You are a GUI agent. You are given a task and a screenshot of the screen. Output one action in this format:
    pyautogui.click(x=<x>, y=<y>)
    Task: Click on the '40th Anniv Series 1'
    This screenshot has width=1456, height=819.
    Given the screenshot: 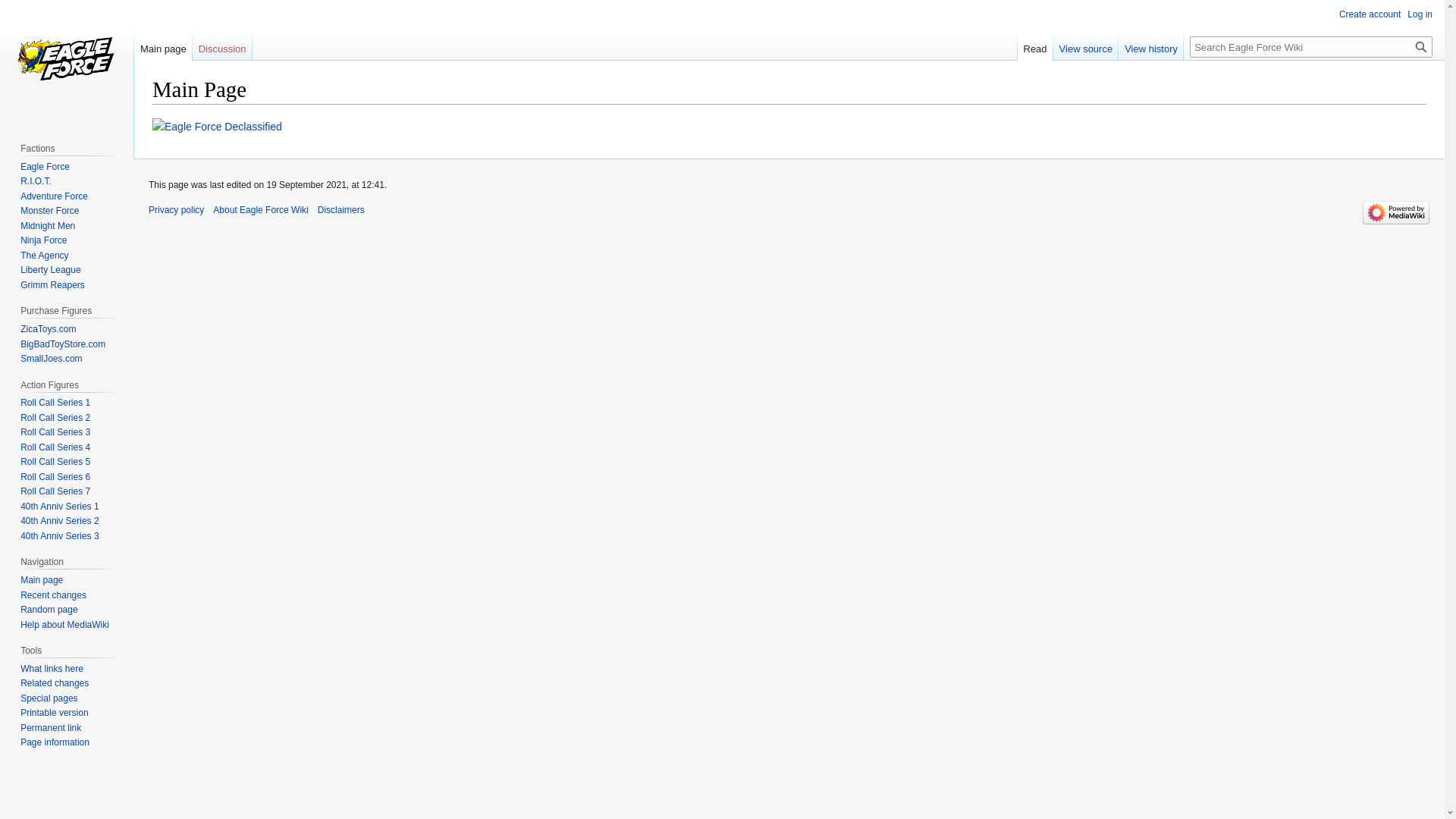 What is the action you would take?
    pyautogui.click(x=59, y=506)
    